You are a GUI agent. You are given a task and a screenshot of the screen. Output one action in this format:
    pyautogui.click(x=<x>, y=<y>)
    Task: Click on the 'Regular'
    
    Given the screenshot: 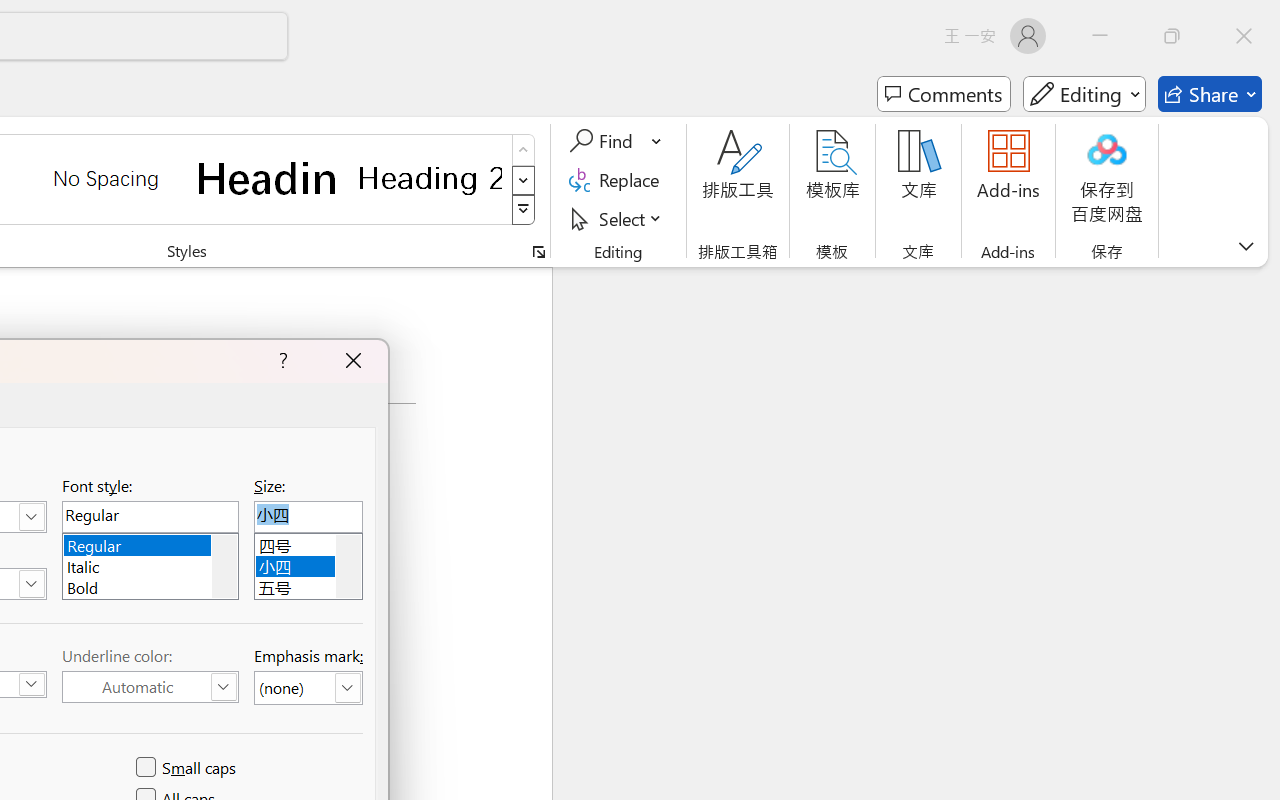 What is the action you would take?
    pyautogui.click(x=149, y=543)
    